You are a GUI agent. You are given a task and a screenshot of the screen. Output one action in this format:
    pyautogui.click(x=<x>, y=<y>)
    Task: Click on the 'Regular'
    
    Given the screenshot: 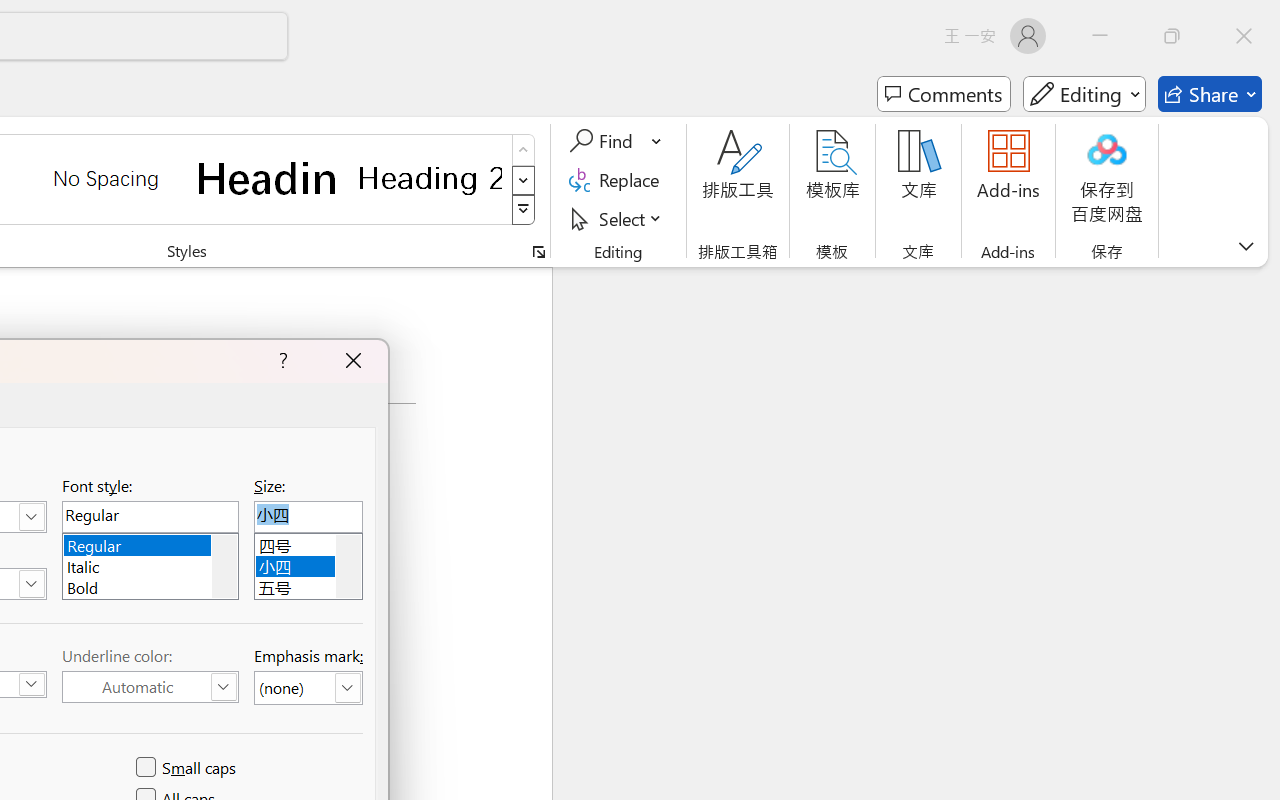 What is the action you would take?
    pyautogui.click(x=149, y=543)
    